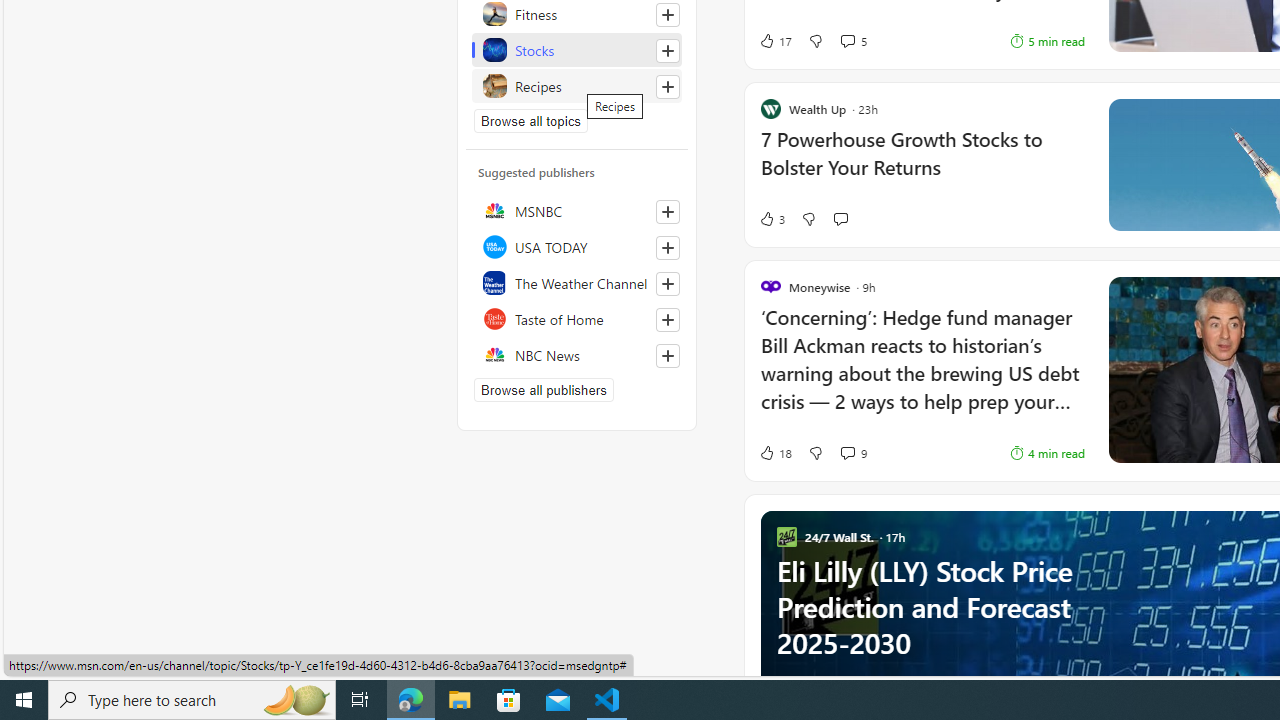  Describe the element at coordinates (576, 85) in the screenshot. I see `'Recipes'` at that location.